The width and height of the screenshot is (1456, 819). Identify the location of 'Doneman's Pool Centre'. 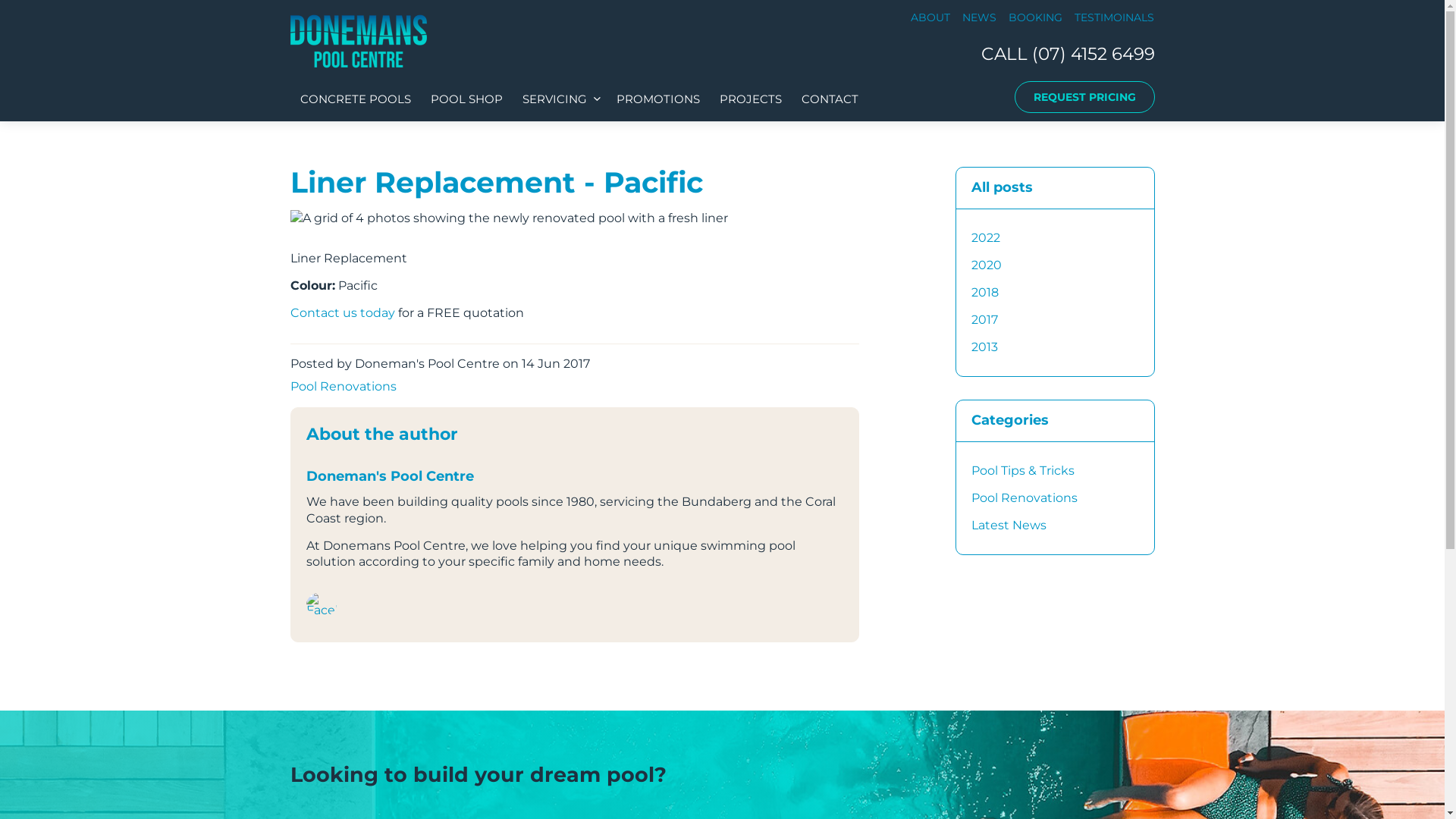
(356, 40).